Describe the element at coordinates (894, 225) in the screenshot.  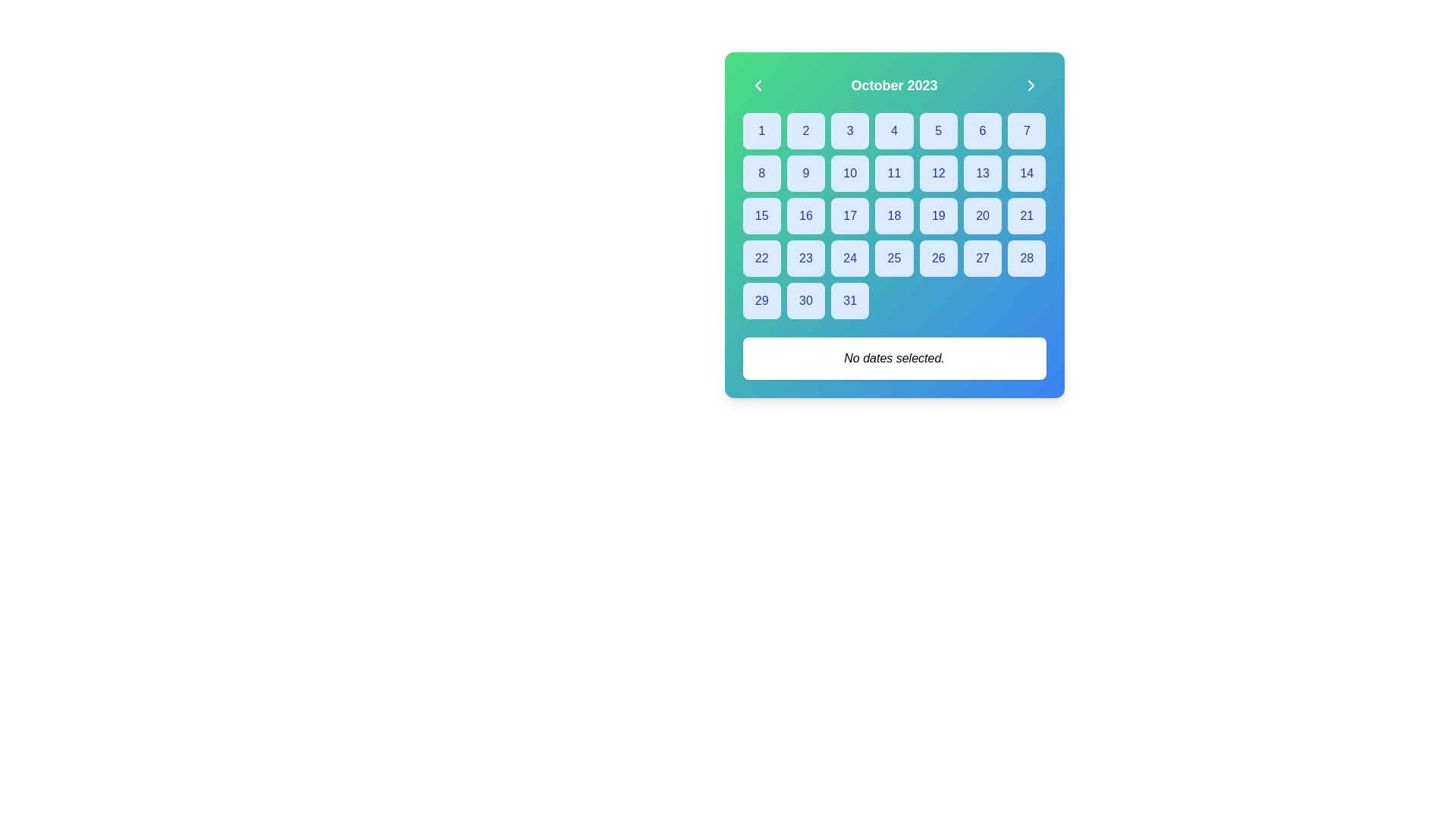
I see `a date in the Calendar widget for October 2023, located centrally below the title` at that location.